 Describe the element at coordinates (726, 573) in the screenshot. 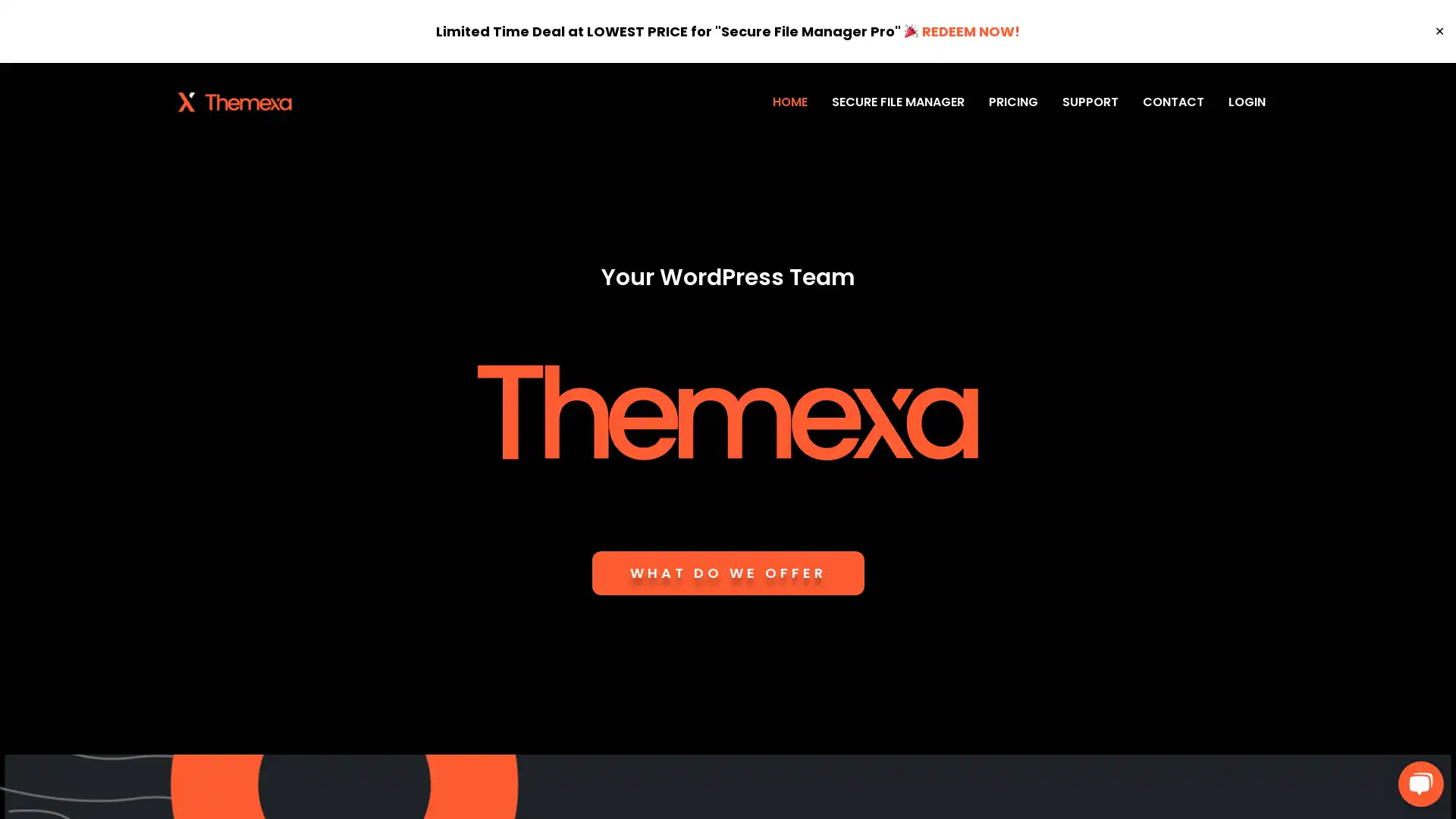

I see `WHAT DO WE OFFER` at that location.